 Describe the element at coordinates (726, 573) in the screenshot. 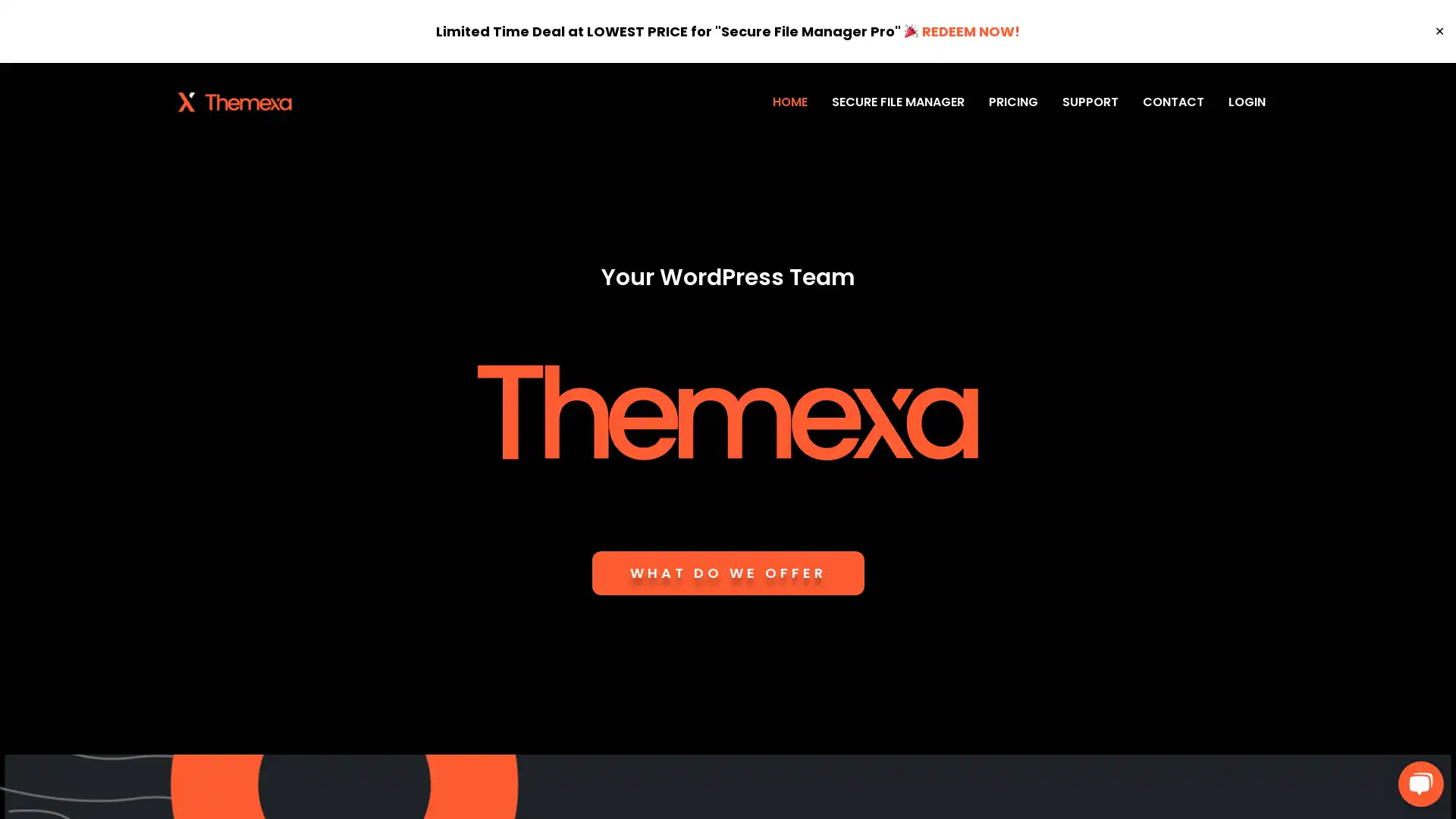

I see `WHAT DO WE OFFER` at that location.